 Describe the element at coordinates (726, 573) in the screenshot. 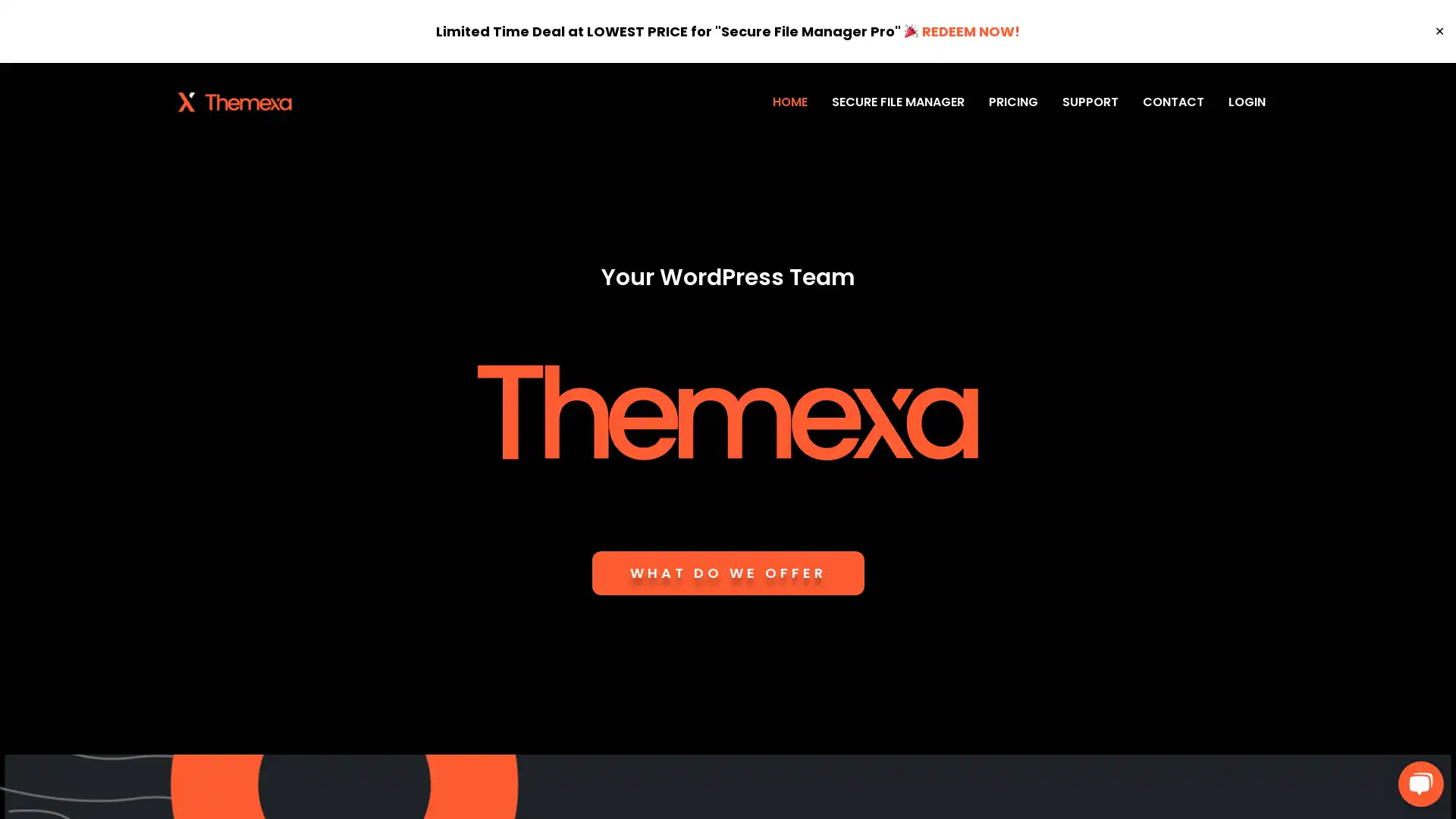

I see `WHAT DO WE OFFER` at that location.